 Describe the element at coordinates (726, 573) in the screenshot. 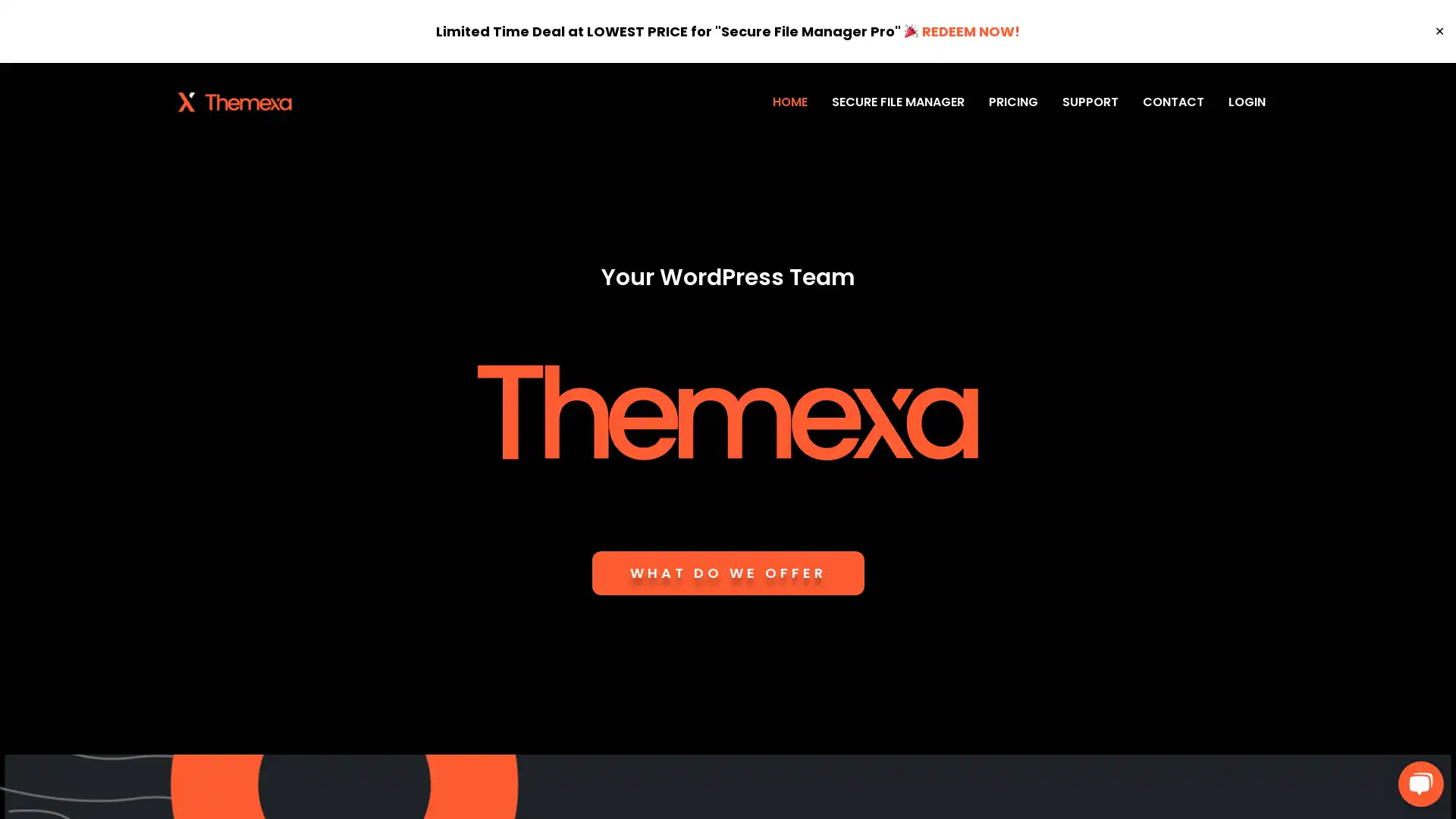

I see `WHAT DO WE OFFER` at that location.